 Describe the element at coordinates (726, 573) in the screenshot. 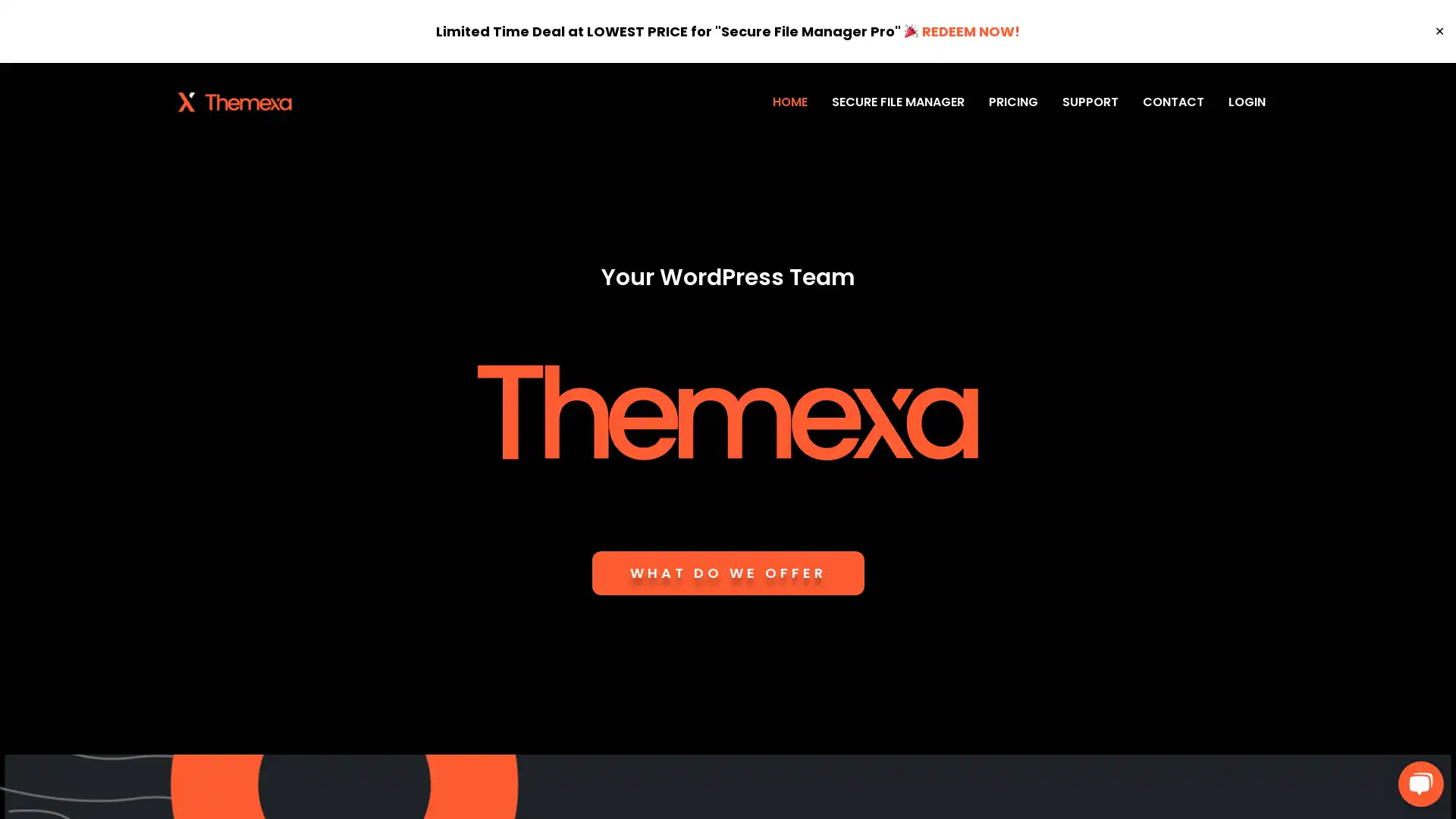

I see `WHAT DO WE OFFER` at that location.